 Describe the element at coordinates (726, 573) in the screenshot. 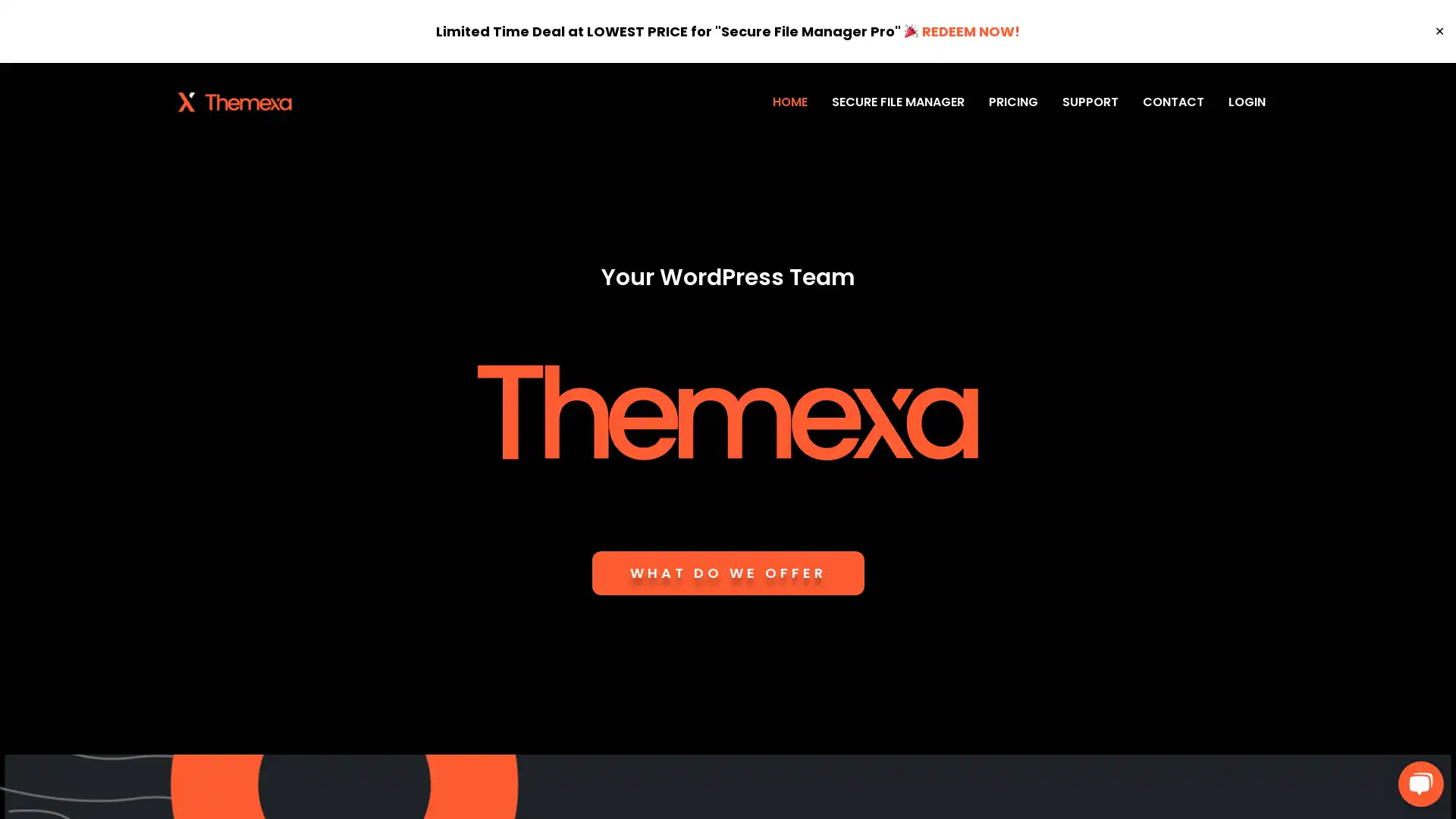

I see `WHAT DO WE OFFER` at that location.